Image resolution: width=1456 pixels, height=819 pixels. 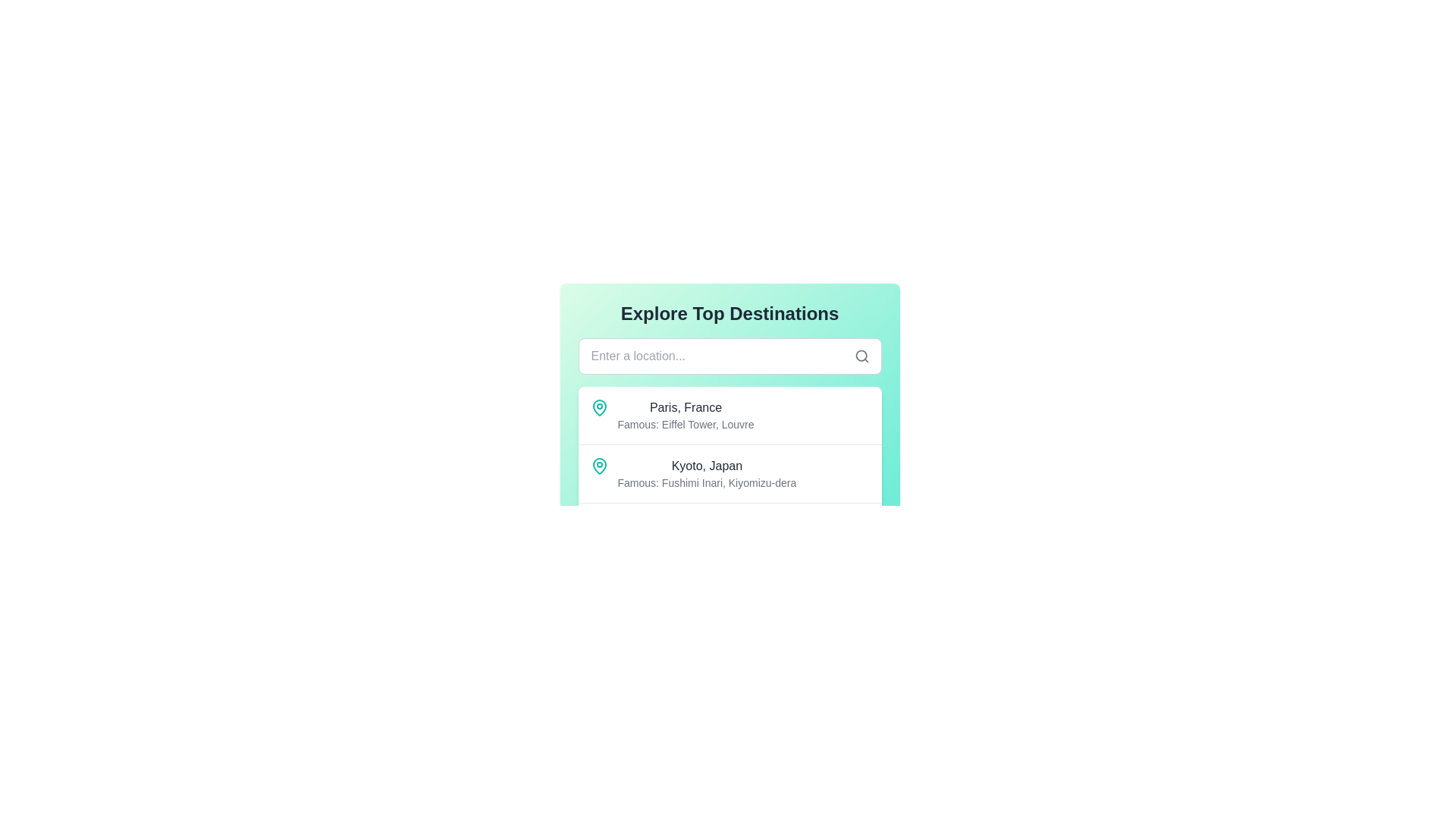 I want to click on the decorative circular part of the magnifying glass icon located to the far right of the search bar, slightly above its vertical centerline, so click(x=861, y=356).